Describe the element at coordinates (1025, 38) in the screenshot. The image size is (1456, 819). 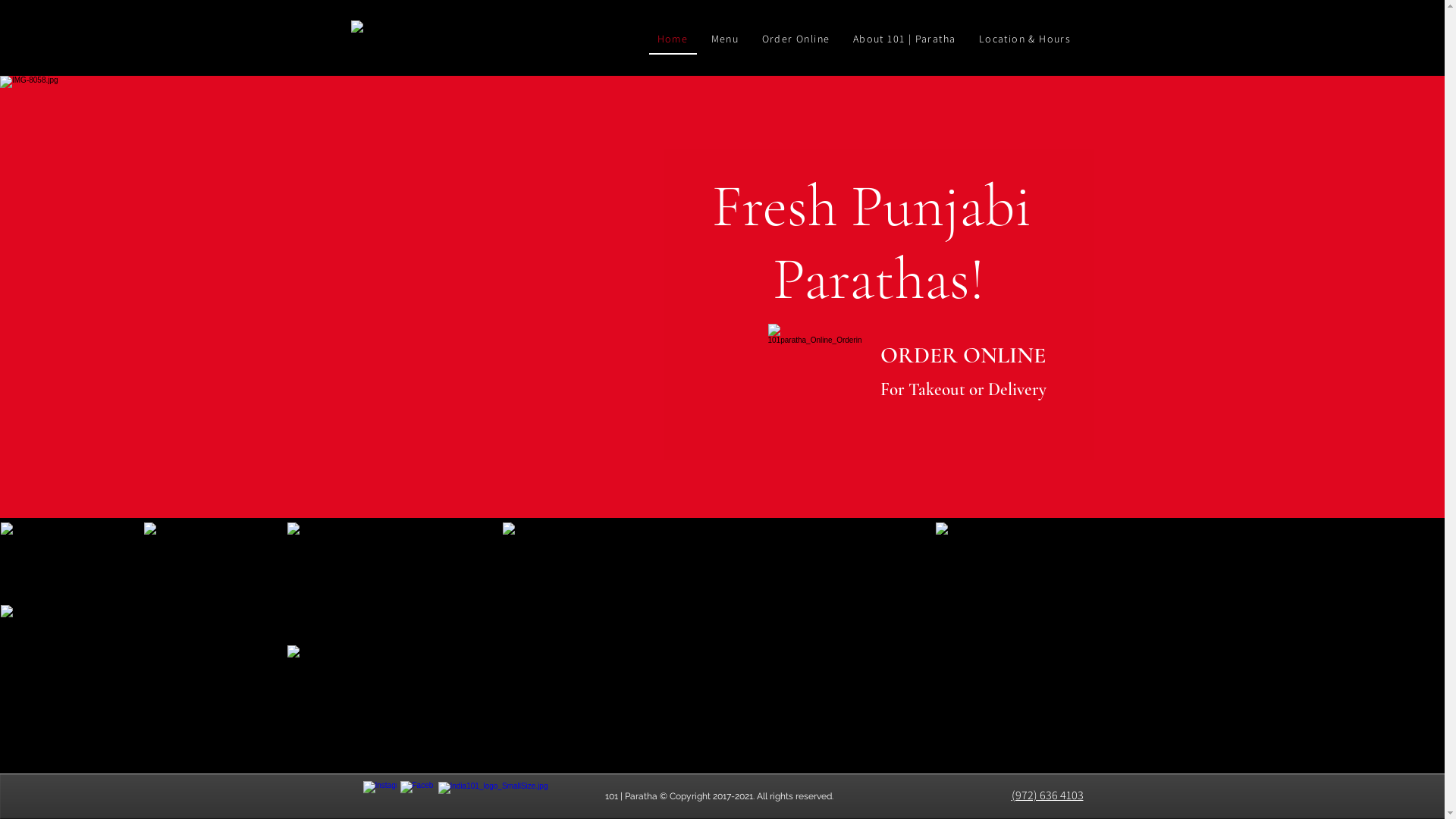
I see `'Location & Hours'` at that location.